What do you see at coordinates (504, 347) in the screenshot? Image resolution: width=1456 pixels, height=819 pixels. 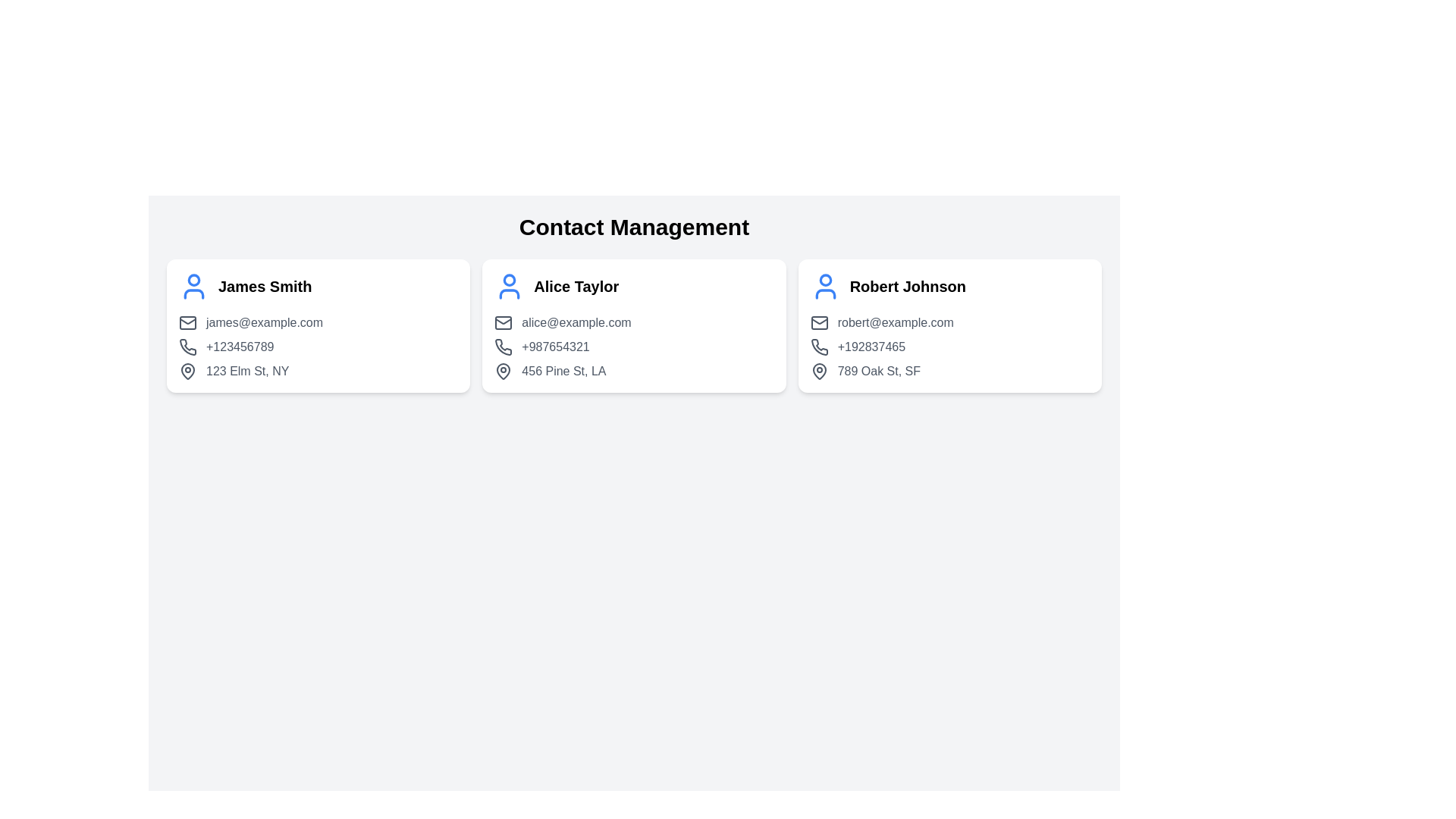 I see `the telephone icon located in Alice Taylor's contact card` at bounding box center [504, 347].